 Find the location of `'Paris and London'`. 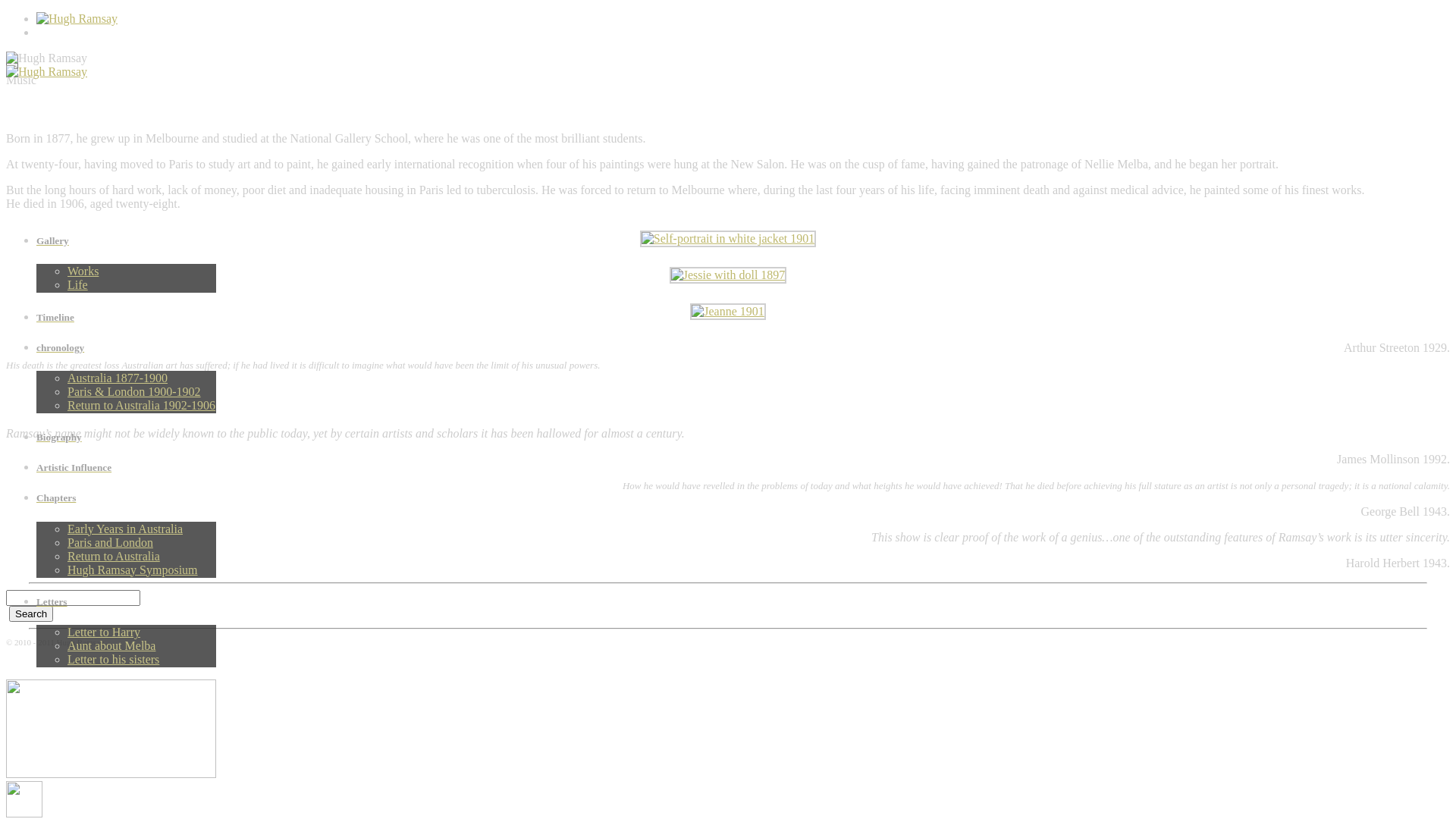

'Paris and London' is located at coordinates (109, 541).